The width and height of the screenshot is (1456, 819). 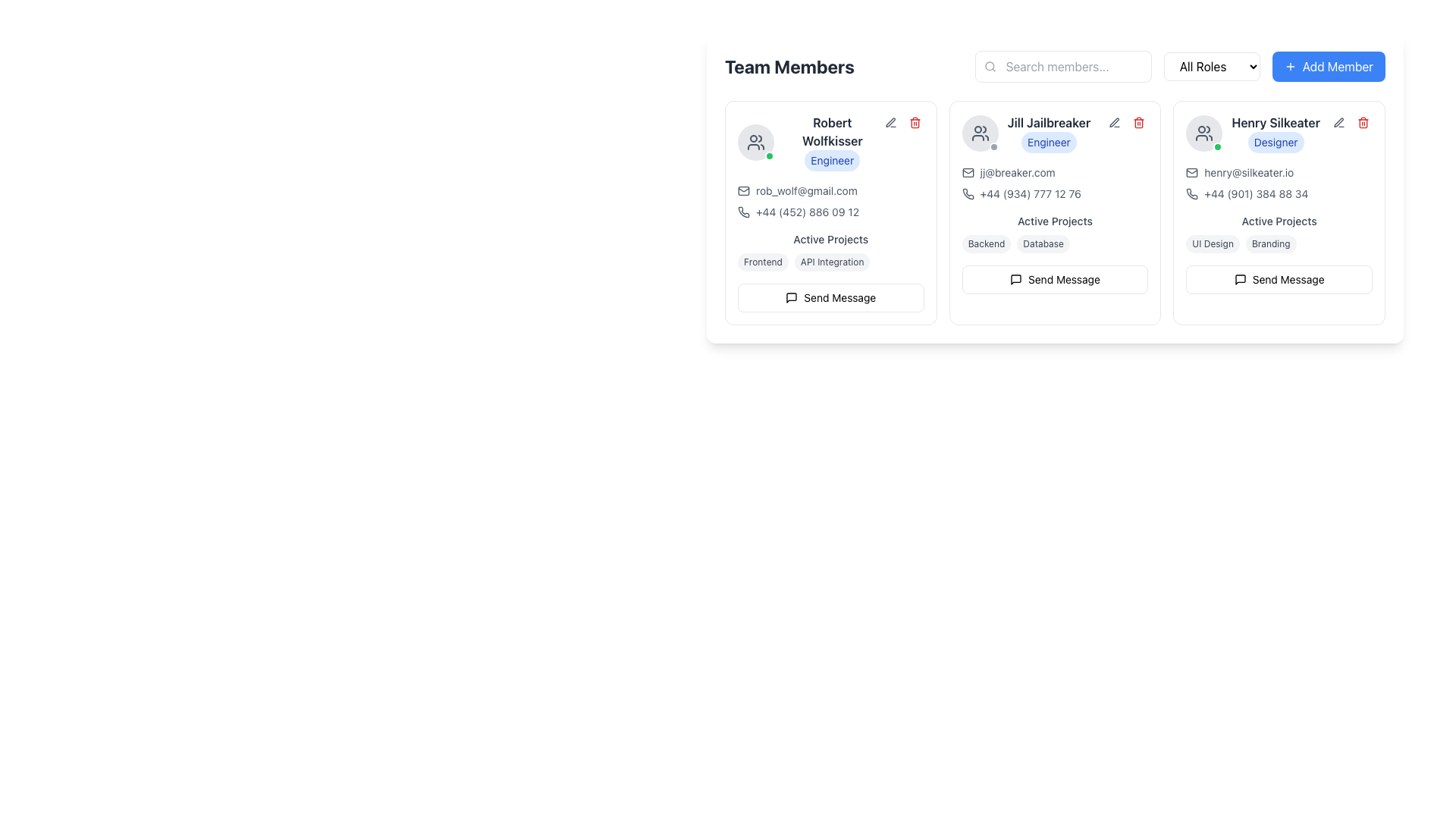 I want to click on the clickable email address 'henry@silkeater.io', so click(x=1249, y=171).